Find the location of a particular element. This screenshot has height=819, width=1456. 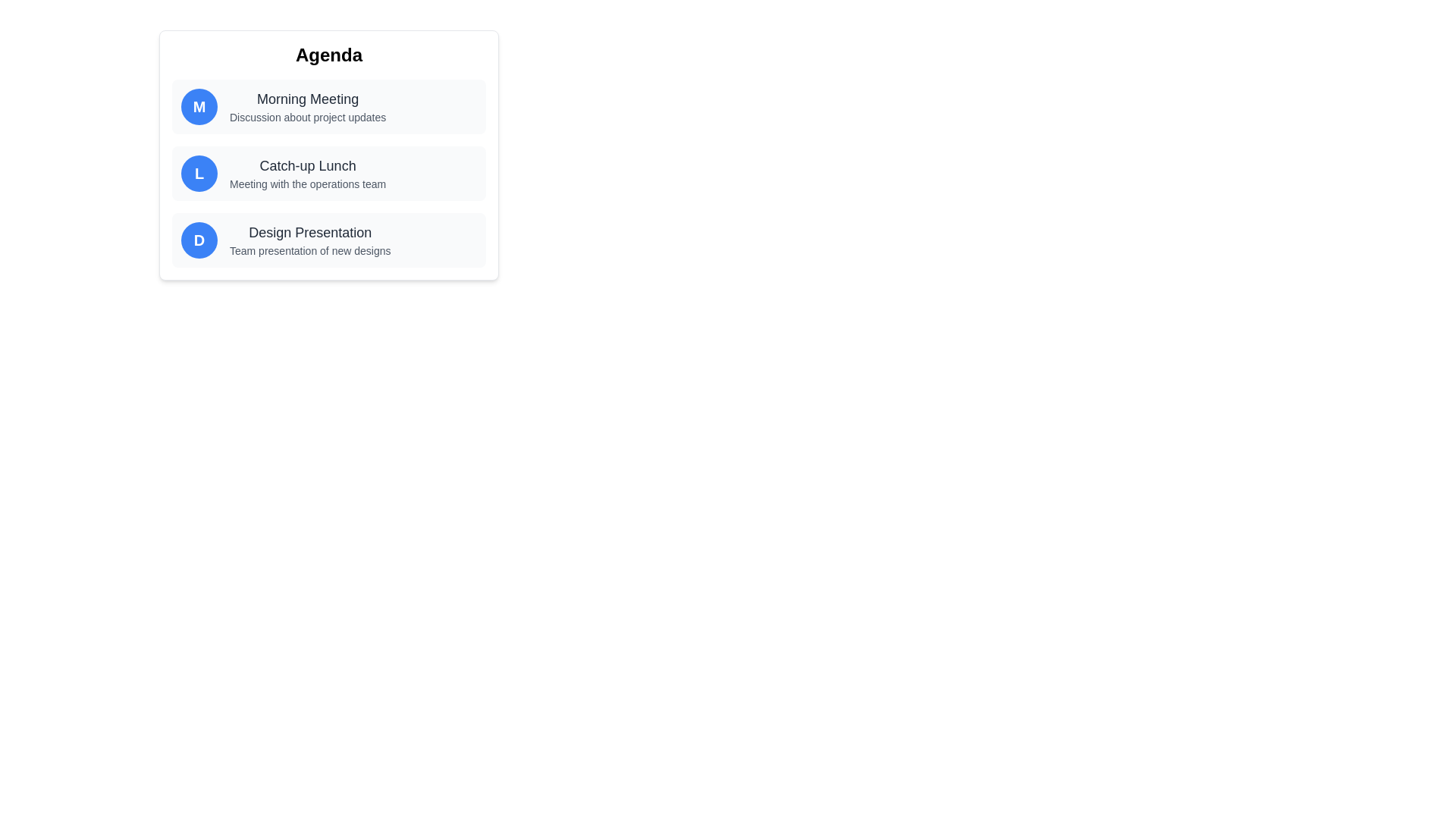

the List Entry titled 'Catch-up Lunch' with the description 'Meeting with the operations team' to focus on this item is located at coordinates (328, 155).